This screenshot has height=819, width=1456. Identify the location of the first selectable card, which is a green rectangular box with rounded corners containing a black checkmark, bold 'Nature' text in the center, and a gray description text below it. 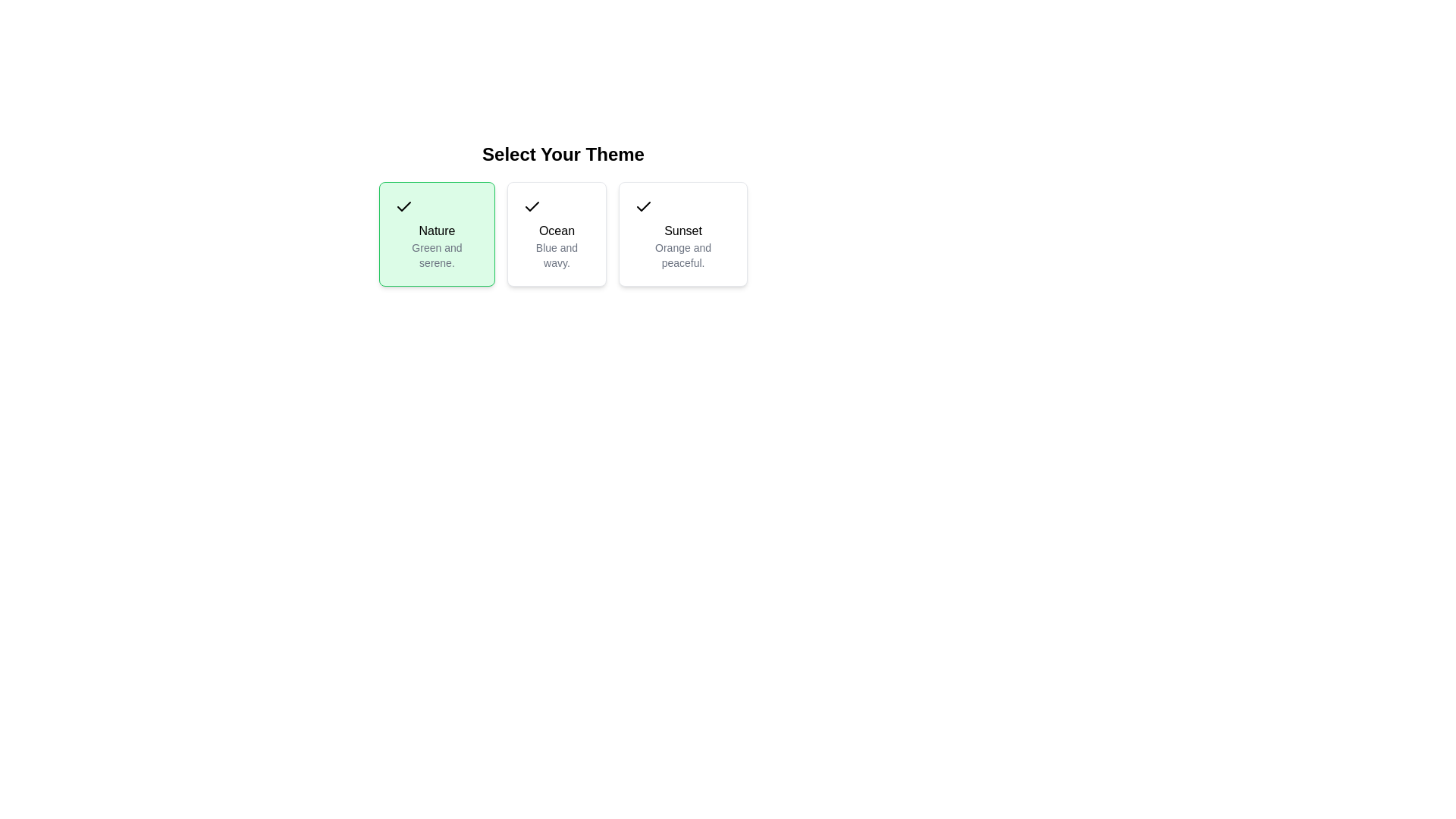
(436, 234).